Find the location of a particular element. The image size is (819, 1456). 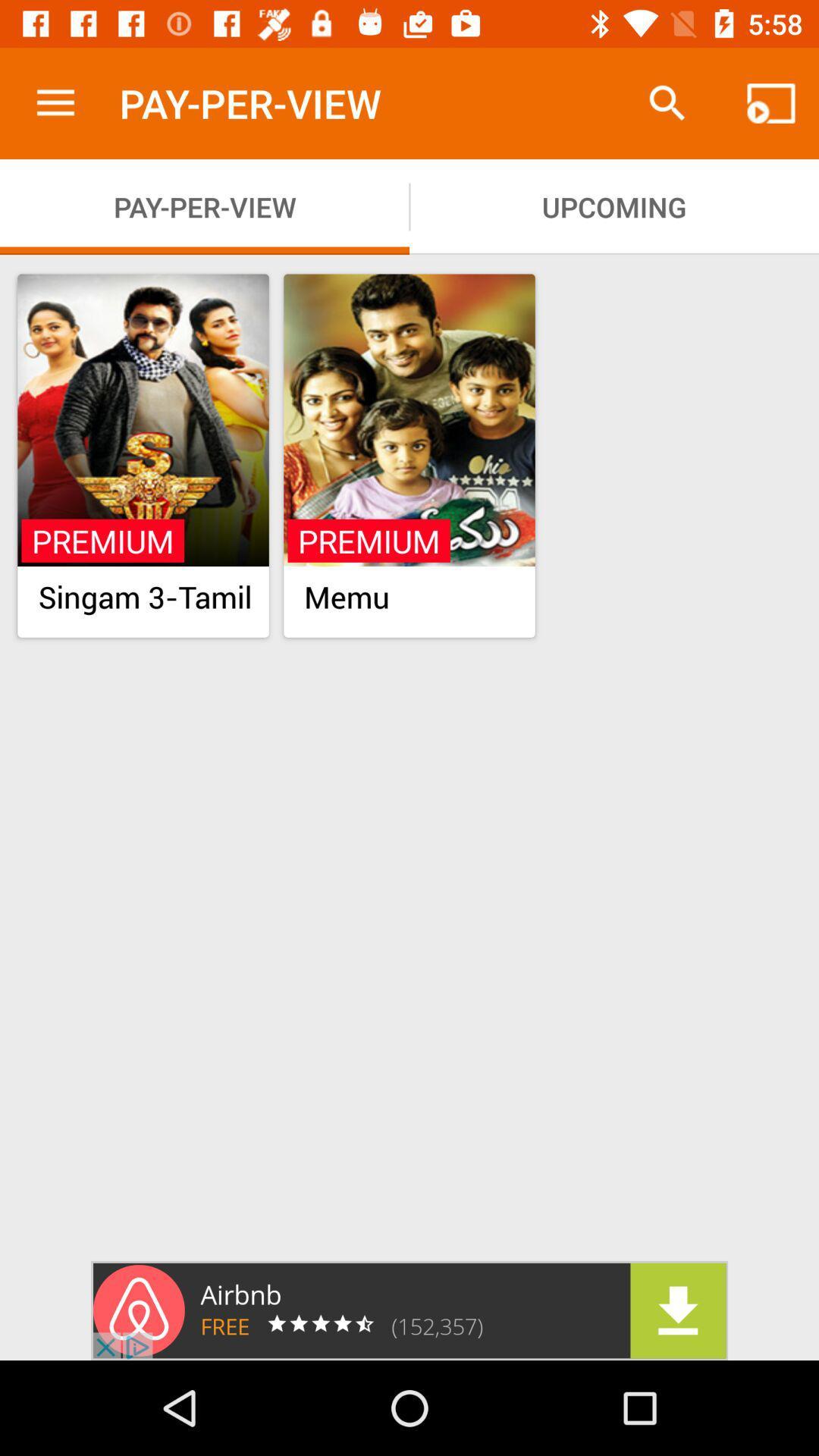

open advertisement is located at coordinates (409, 1310).